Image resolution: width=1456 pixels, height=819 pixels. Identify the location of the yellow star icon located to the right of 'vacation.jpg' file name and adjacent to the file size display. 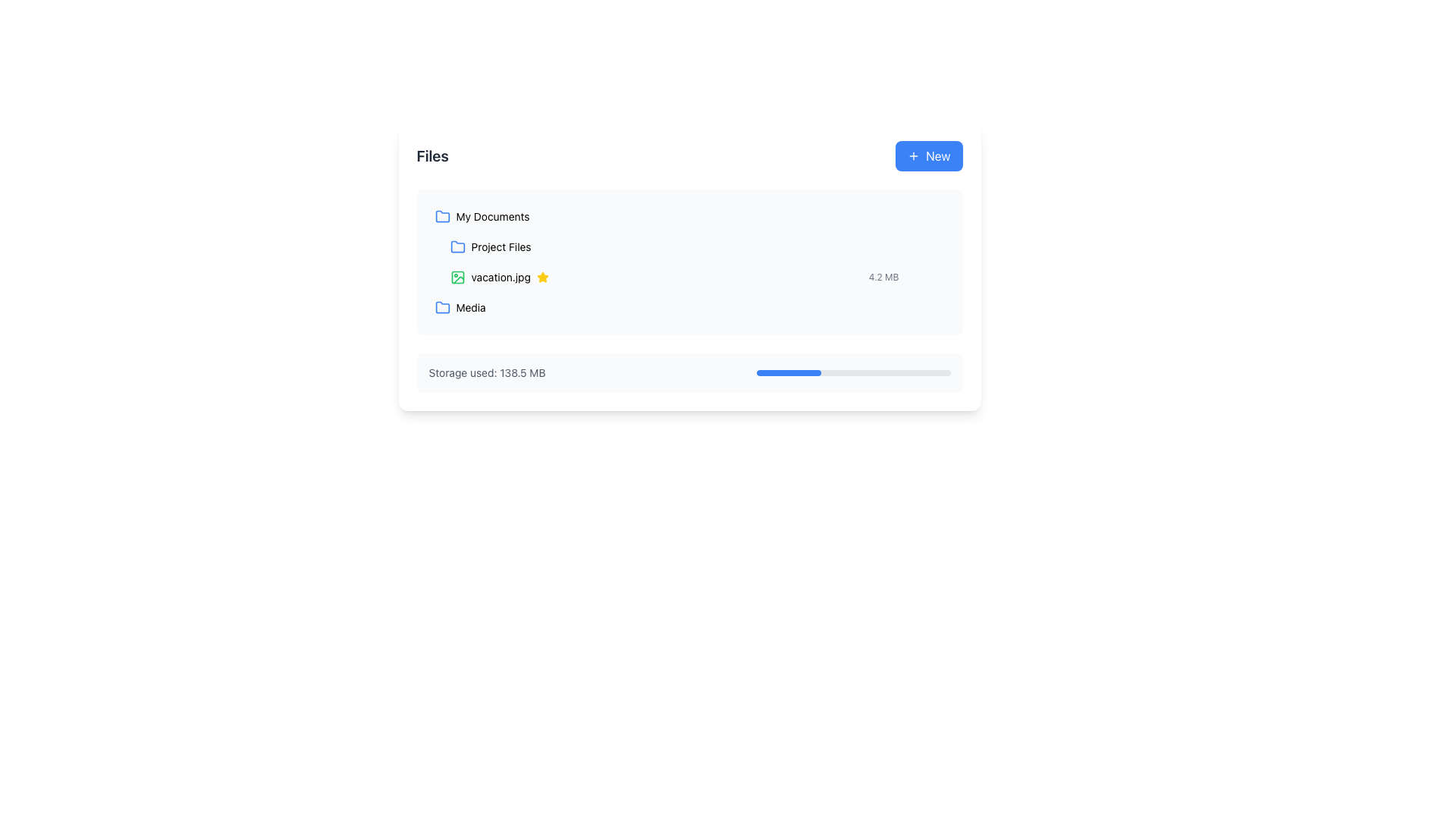
(542, 277).